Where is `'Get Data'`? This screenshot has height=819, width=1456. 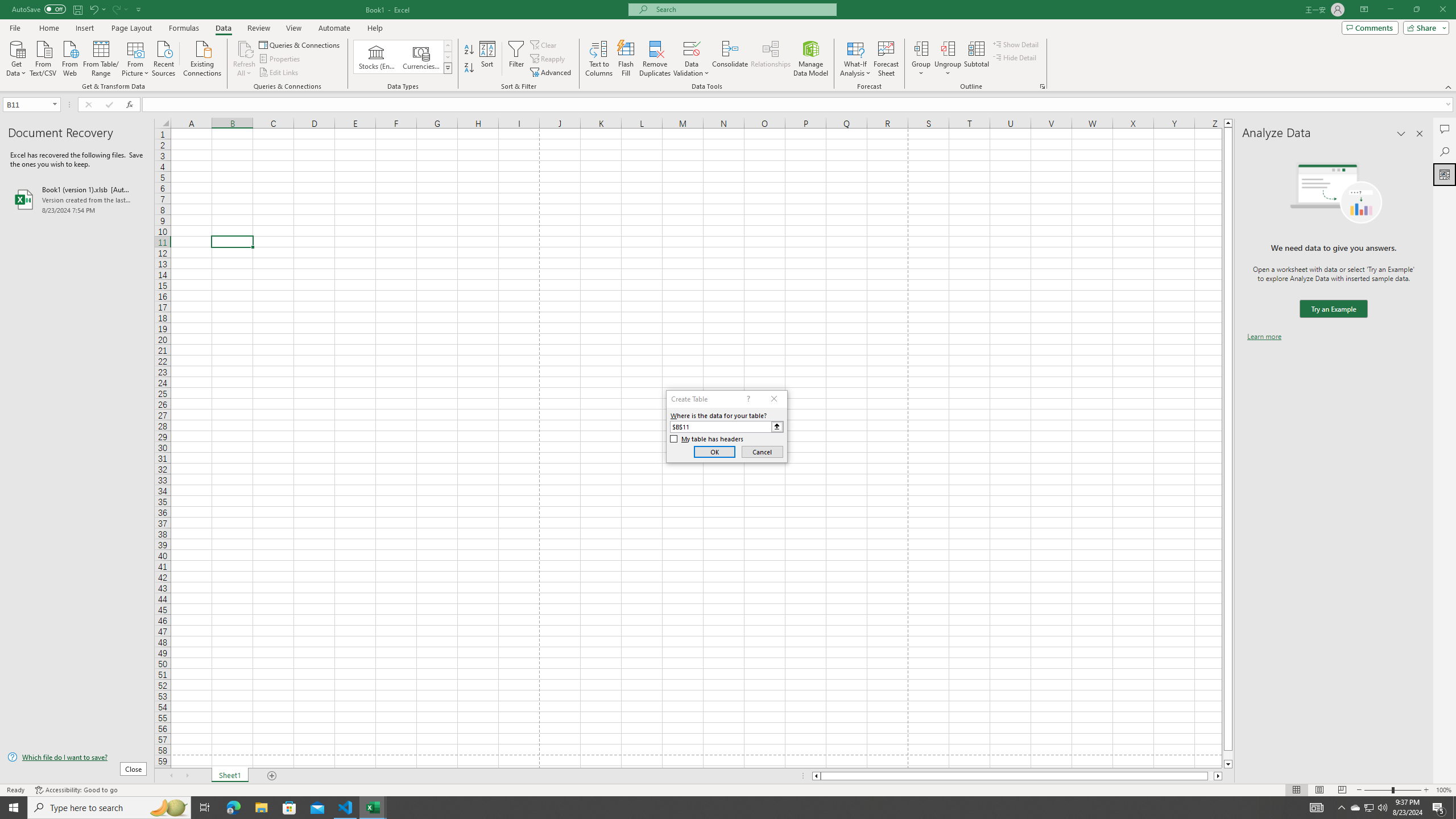
'Get Data' is located at coordinates (16, 57).